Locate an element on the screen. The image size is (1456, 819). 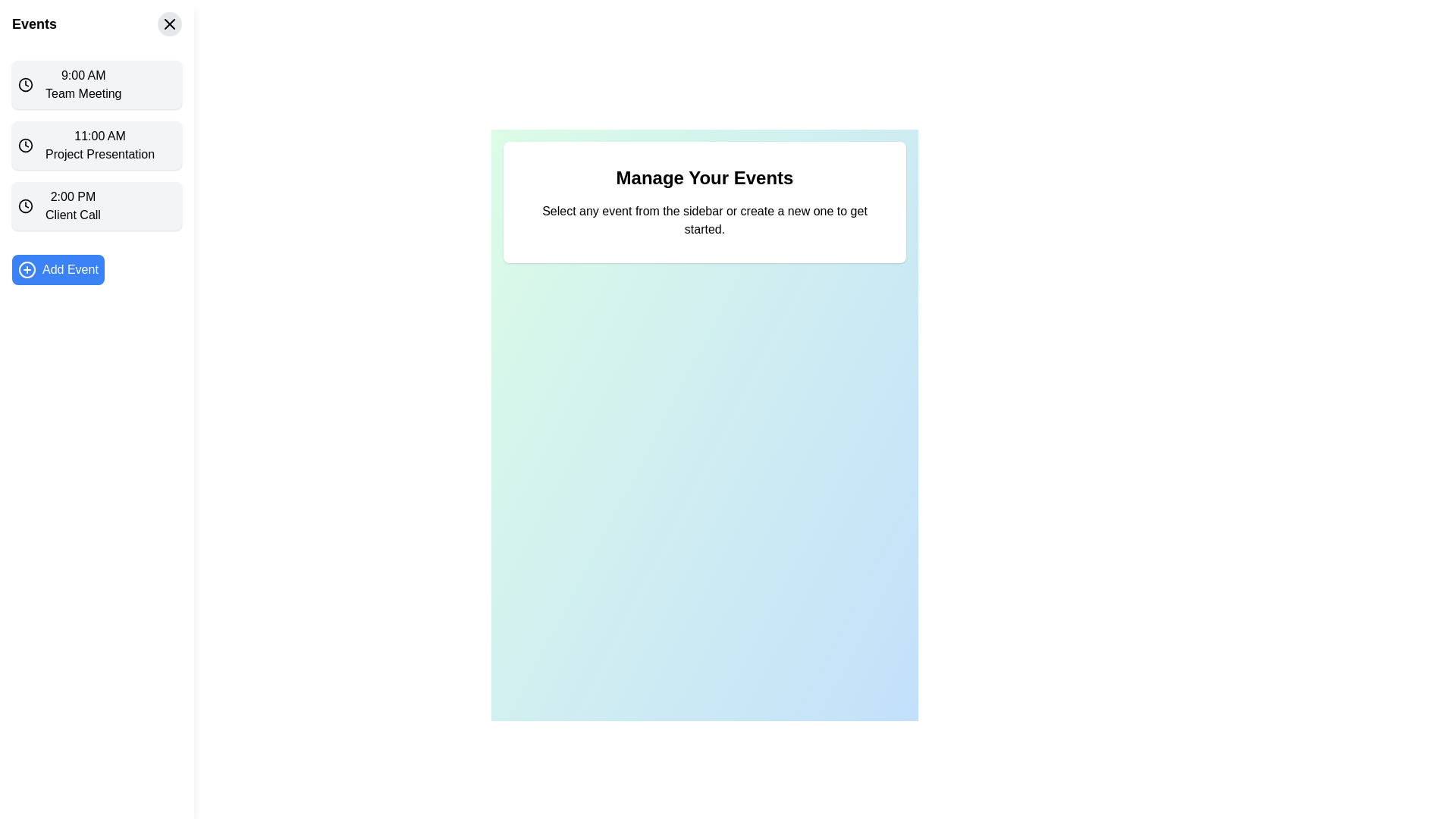
the static text label indicating the section for managing or viewing events, located at the top left of the sidebar is located at coordinates (34, 24).